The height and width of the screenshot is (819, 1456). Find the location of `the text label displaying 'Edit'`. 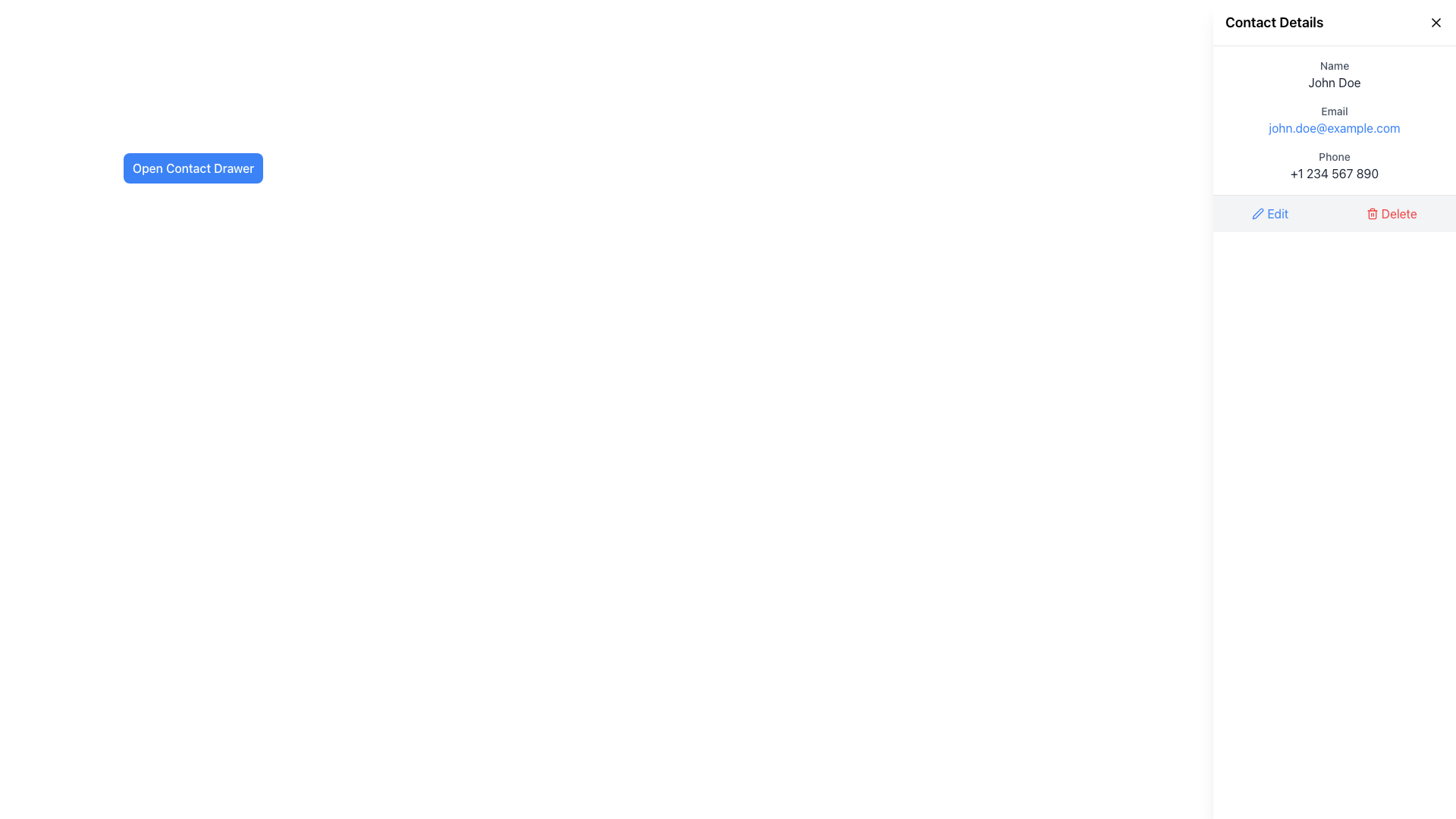

the text label displaying 'Edit' is located at coordinates (1276, 213).